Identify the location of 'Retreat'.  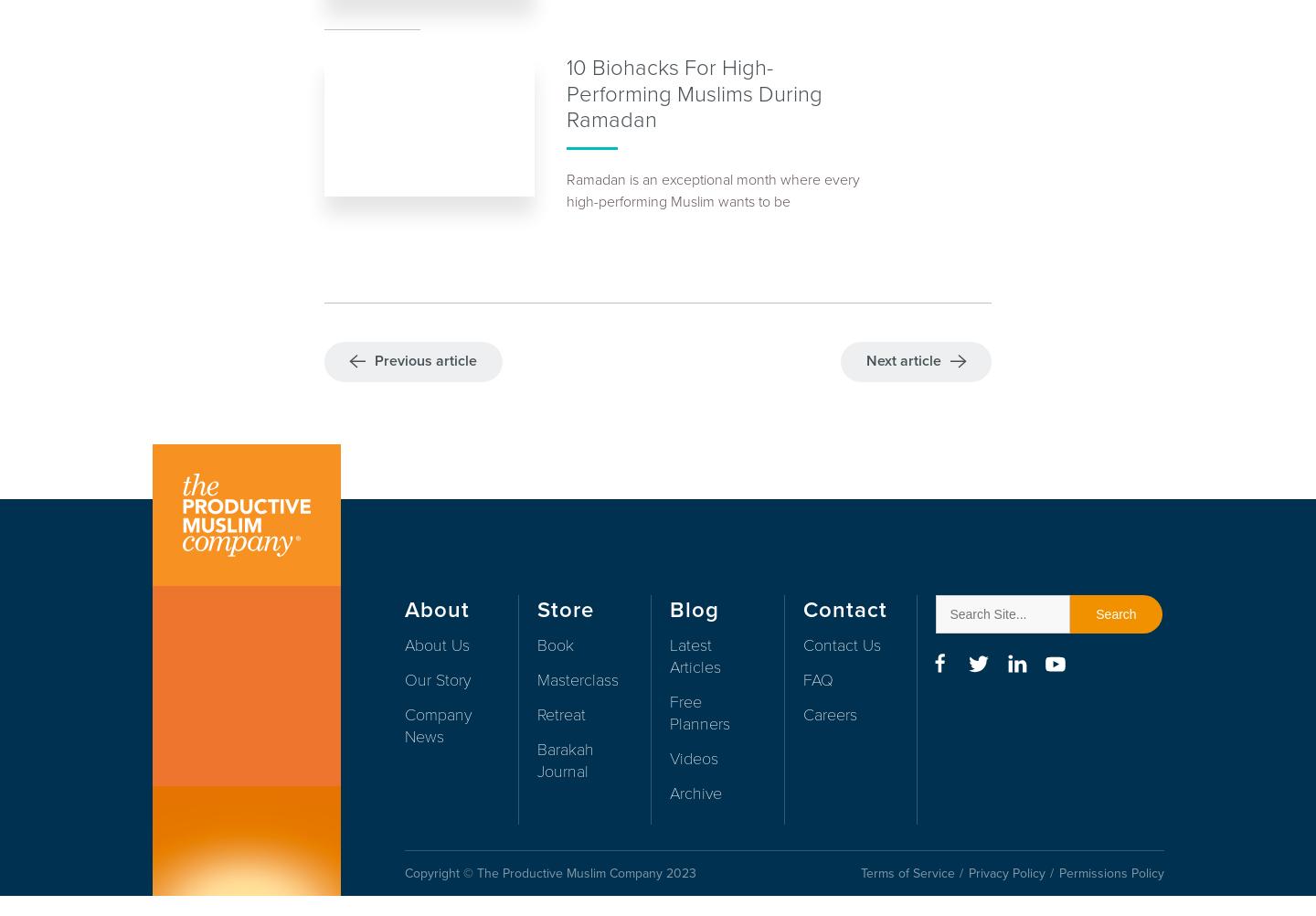
(559, 713).